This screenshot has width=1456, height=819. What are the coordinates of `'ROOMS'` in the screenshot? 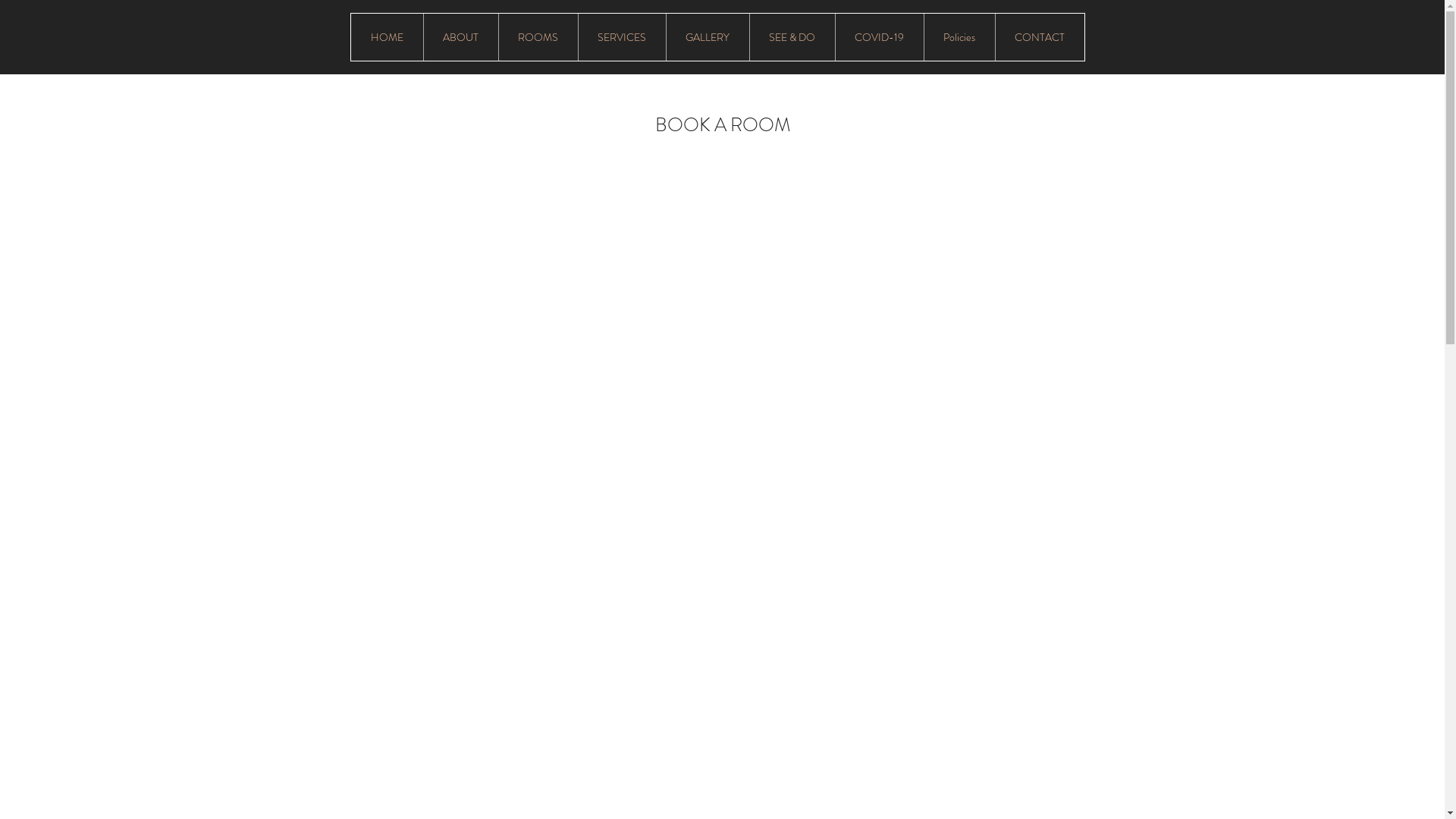 It's located at (537, 36).